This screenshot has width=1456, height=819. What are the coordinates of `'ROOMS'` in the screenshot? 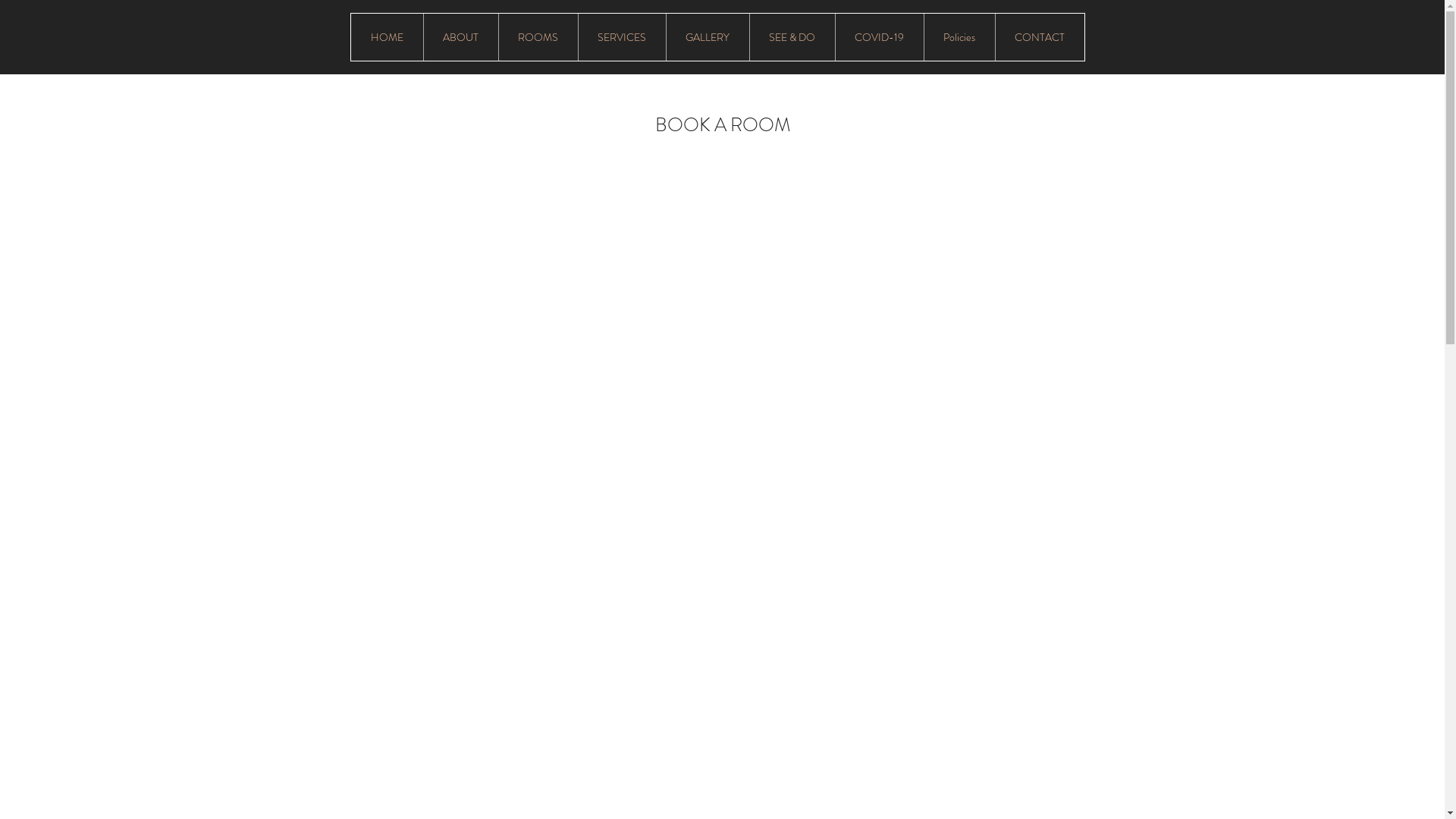 It's located at (537, 36).